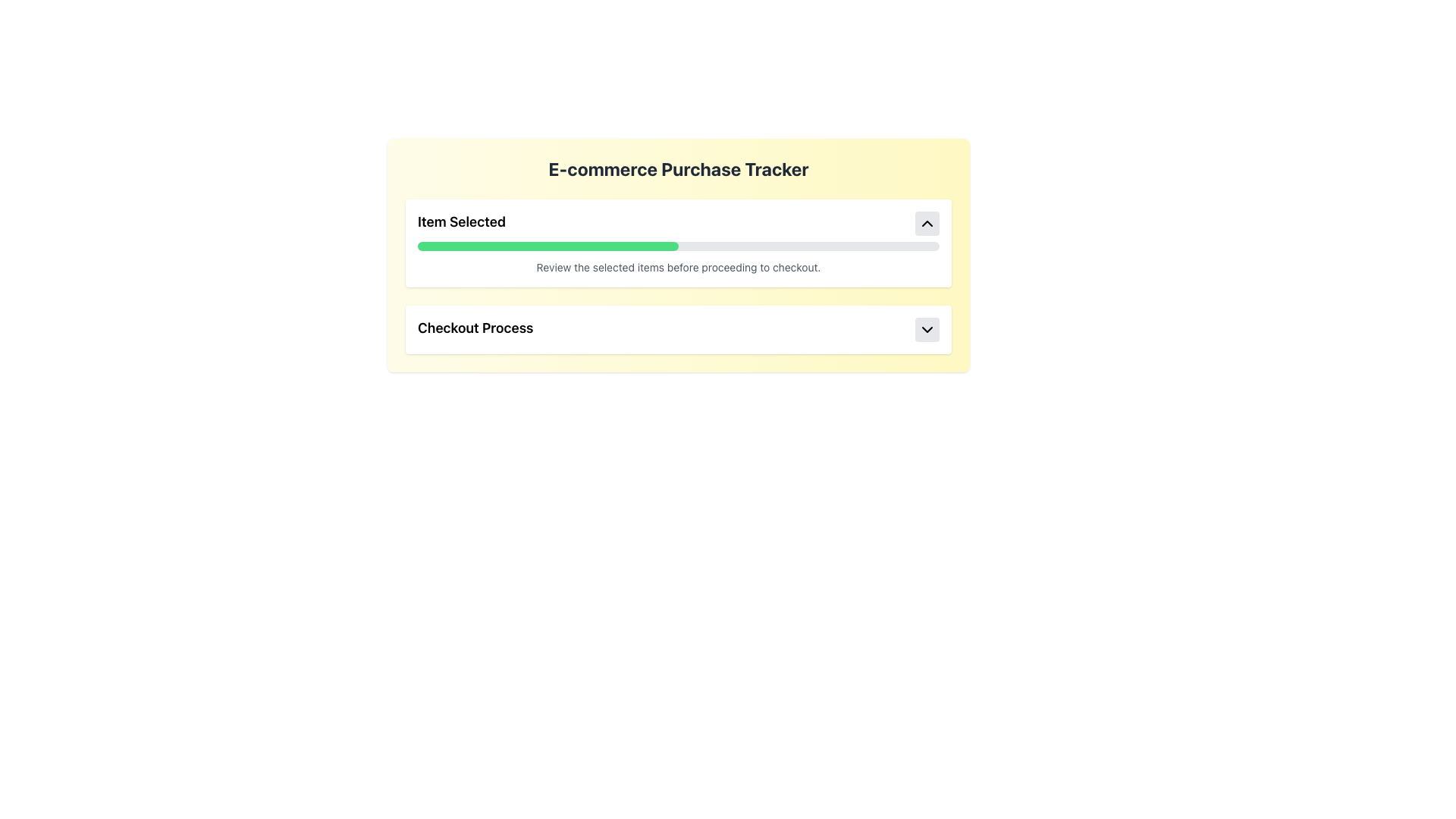 Image resolution: width=1456 pixels, height=819 pixels. What do you see at coordinates (475, 329) in the screenshot?
I see `the 'Checkout Process' text label, which serves as the title for the current section in the user interface` at bounding box center [475, 329].